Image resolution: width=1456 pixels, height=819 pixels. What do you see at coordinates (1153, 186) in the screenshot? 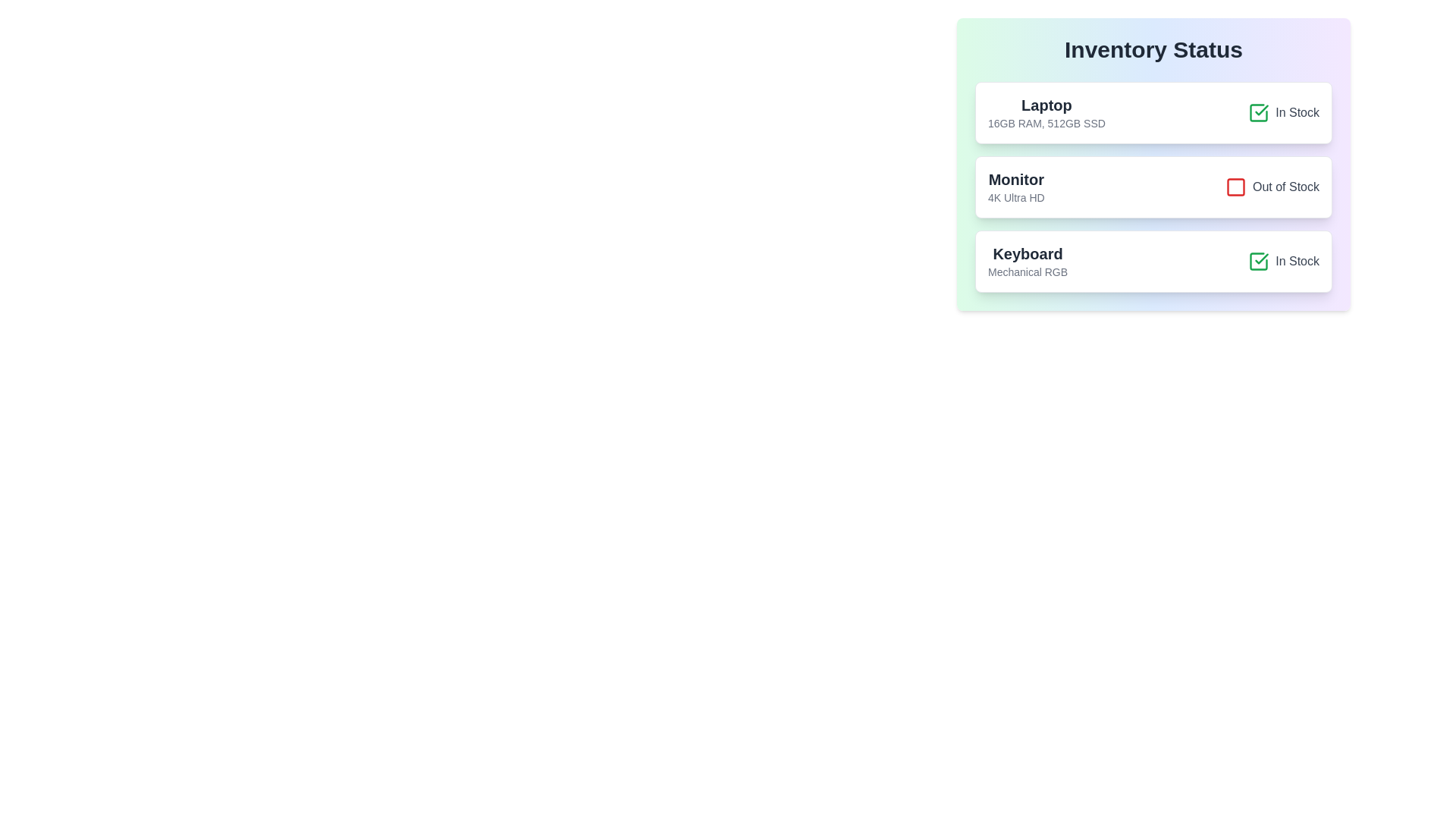
I see `the stock status of the inventory item 'Monitor' which indicates 'Out of Stock'` at bounding box center [1153, 186].